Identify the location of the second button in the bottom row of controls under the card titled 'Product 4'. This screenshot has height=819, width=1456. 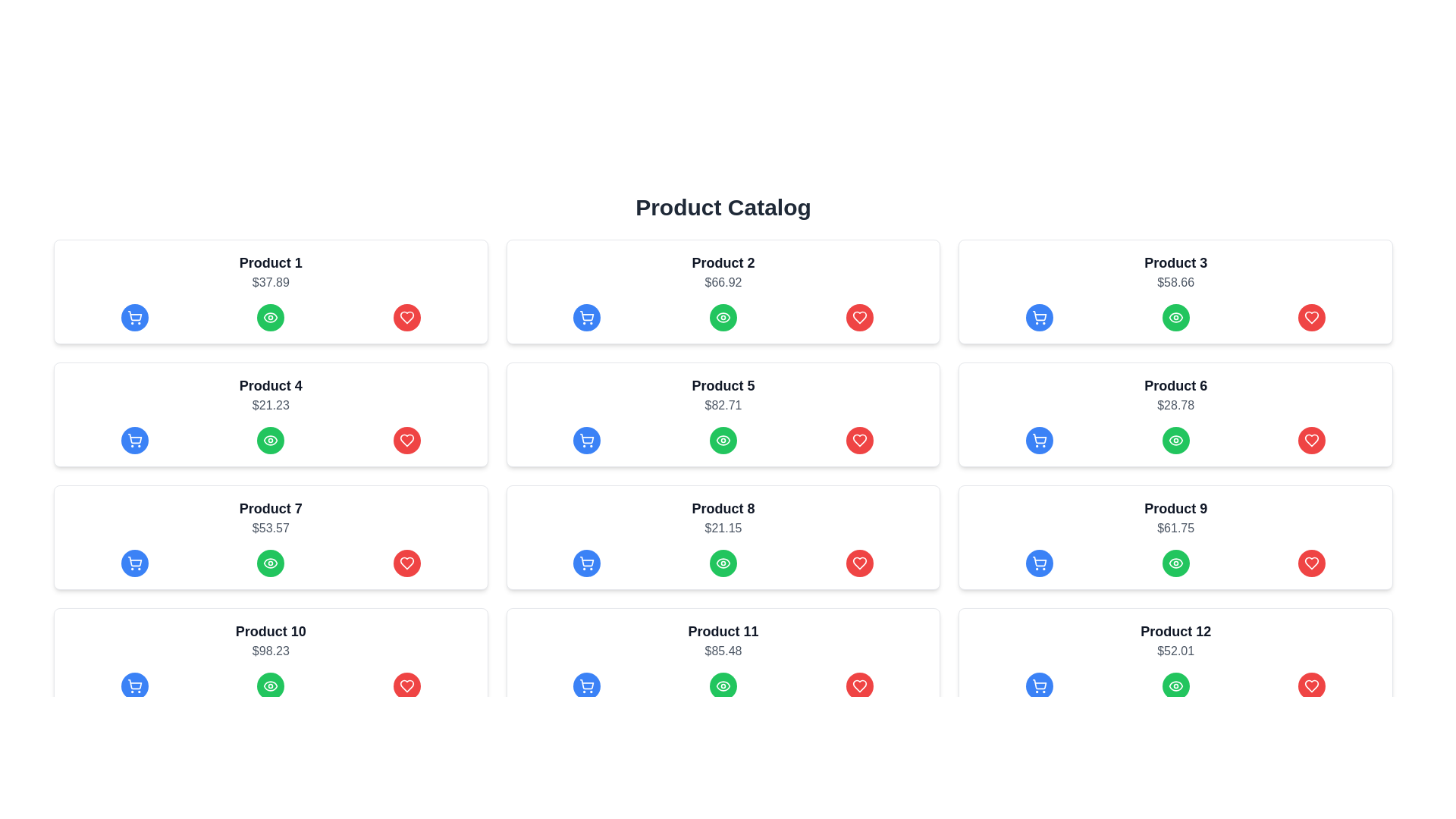
(271, 317).